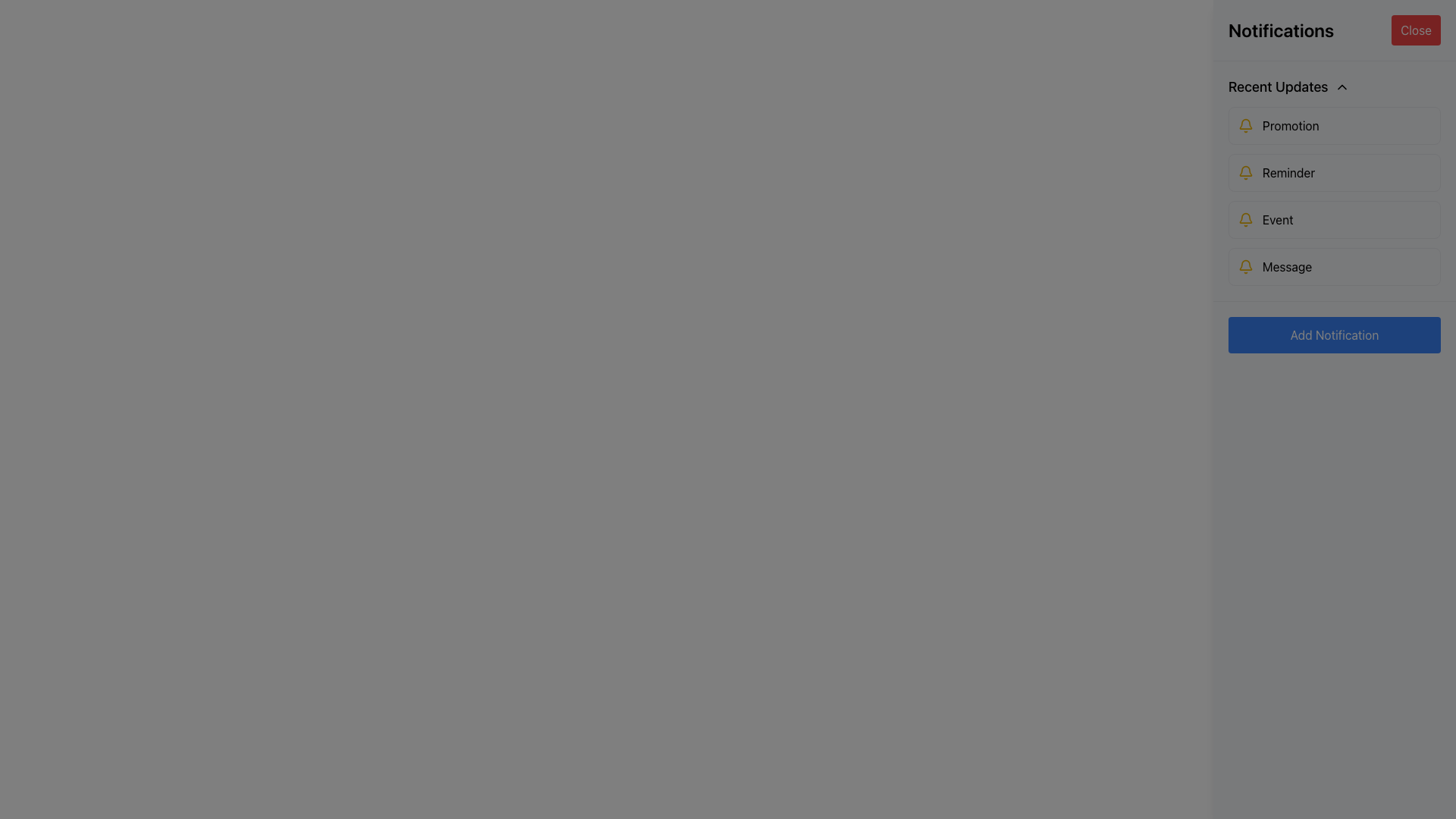  Describe the element at coordinates (1335, 195) in the screenshot. I see `the 'Reminder' notification item in the 'Recent Updates' section` at that location.